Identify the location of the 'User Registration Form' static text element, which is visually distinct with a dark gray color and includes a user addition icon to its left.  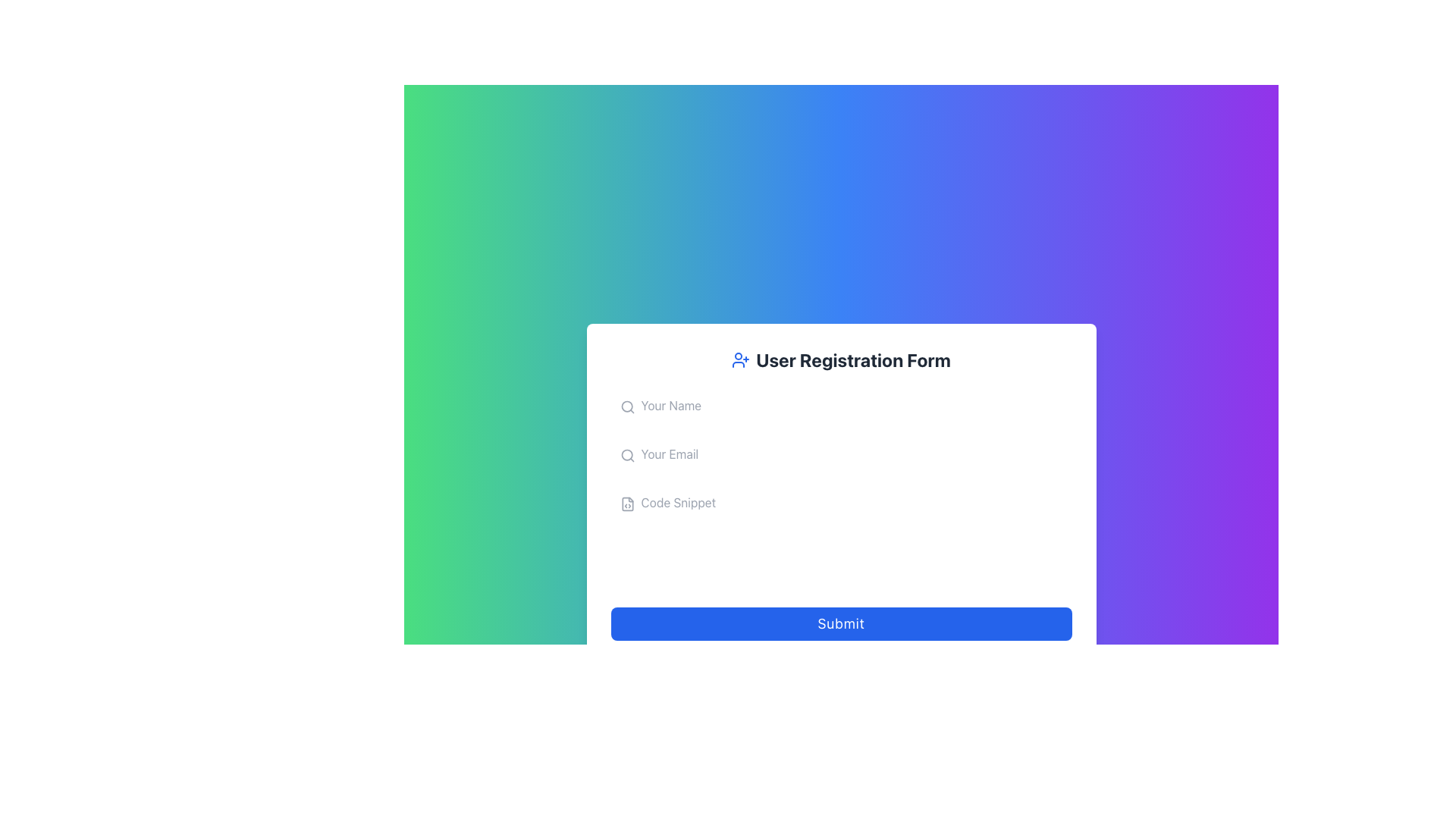
(840, 359).